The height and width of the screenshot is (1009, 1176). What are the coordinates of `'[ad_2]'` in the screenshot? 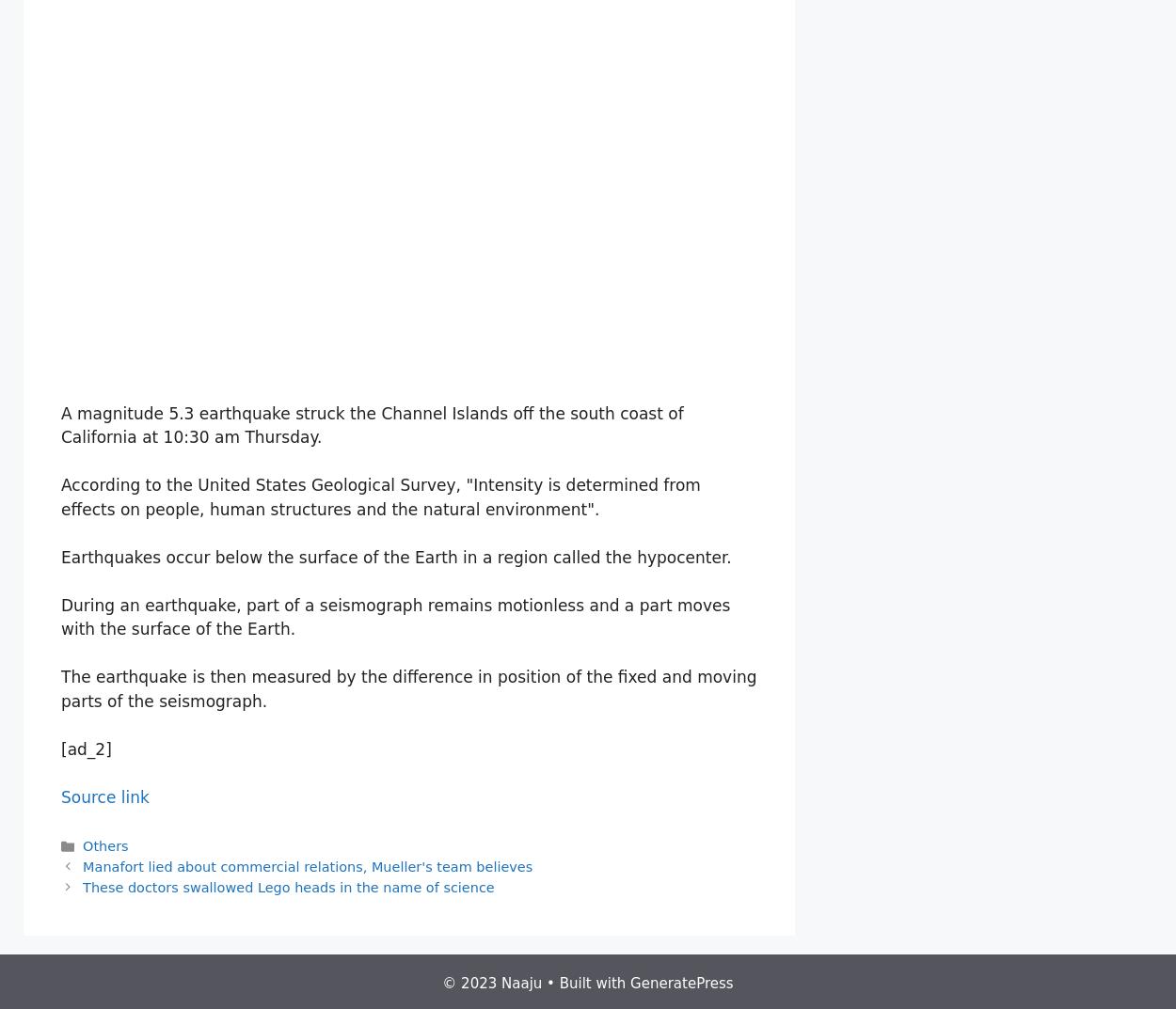 It's located at (60, 748).